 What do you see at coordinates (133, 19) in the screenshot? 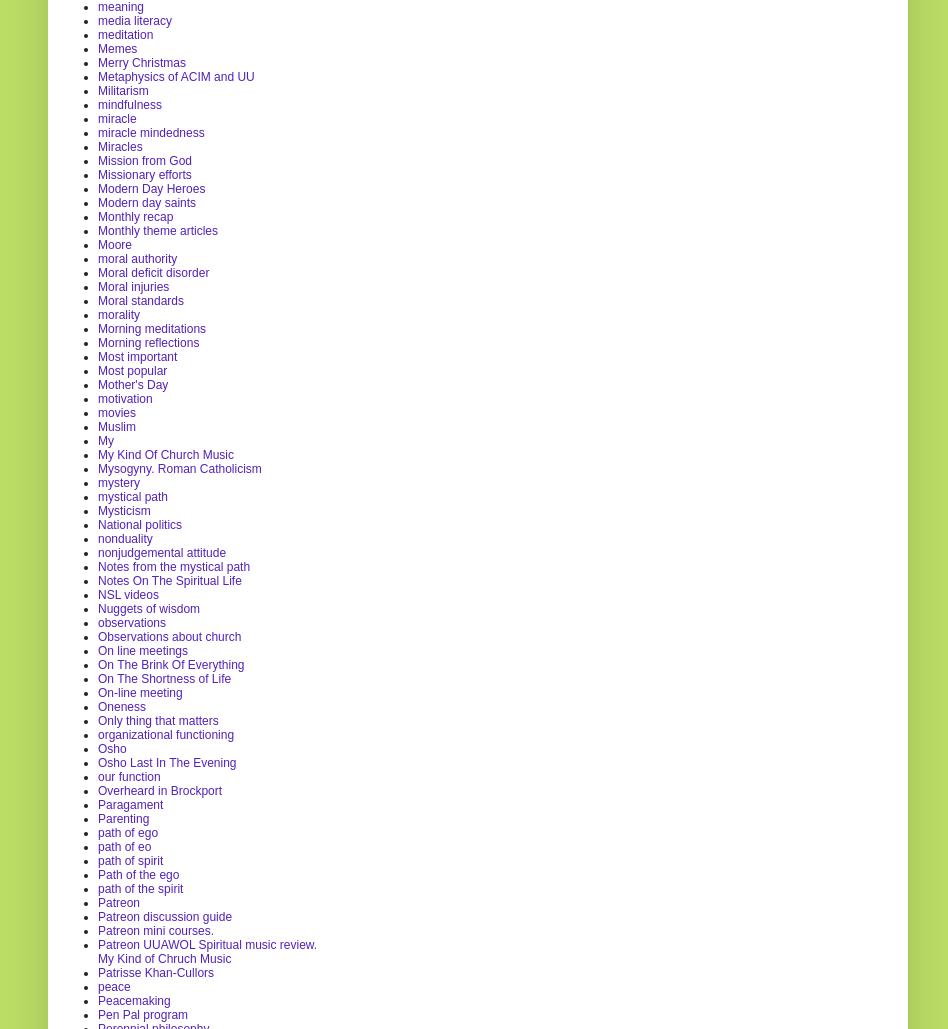
I see `'media literacy'` at bounding box center [133, 19].